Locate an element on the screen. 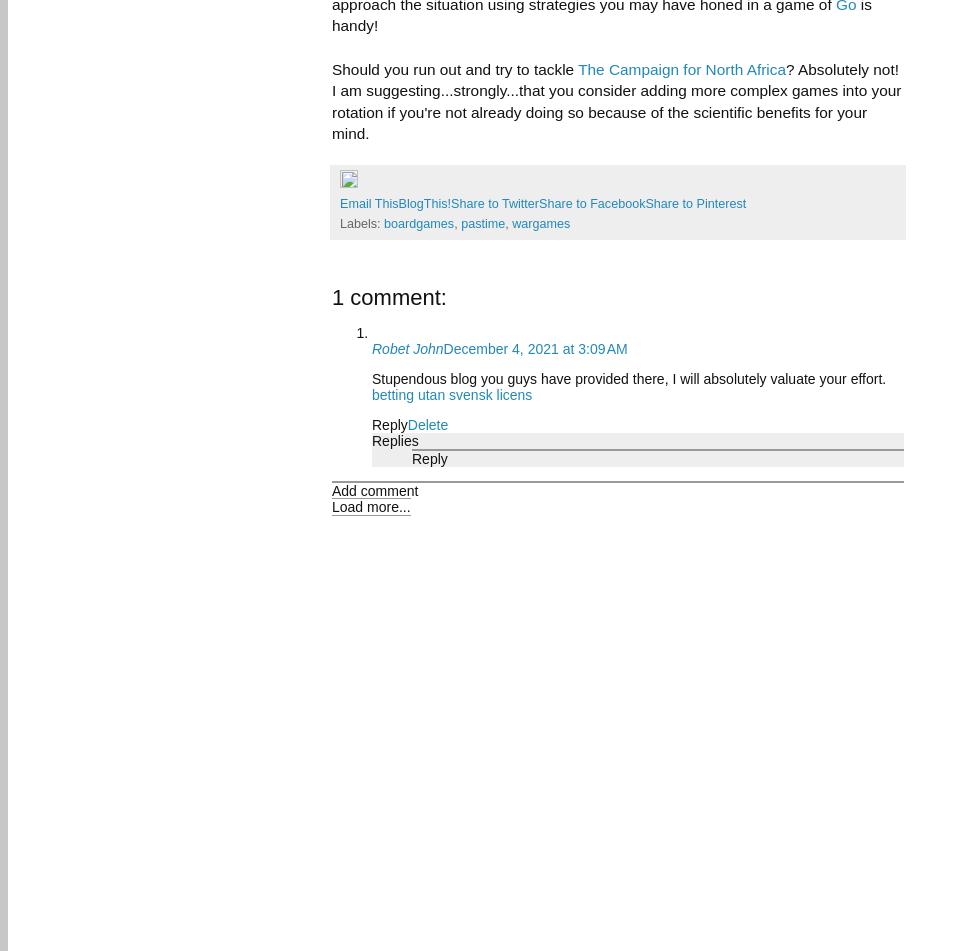 This screenshot has width=958, height=951. 'Share to Facebook' is located at coordinates (592, 203).